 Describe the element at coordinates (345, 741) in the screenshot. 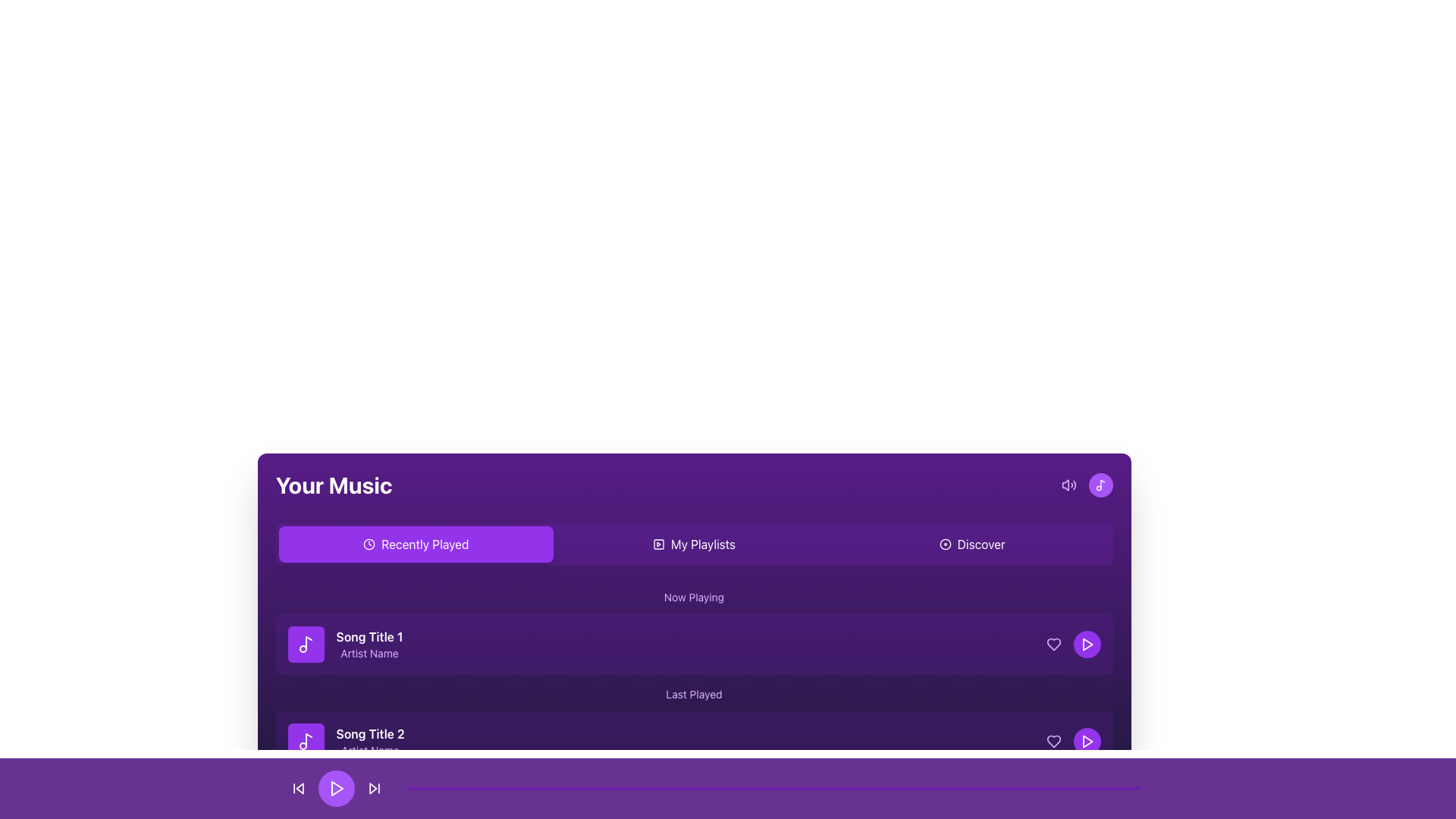

I see `the second music entry in the 'Your Music' list, which features a purple square with a musical note icon` at that location.